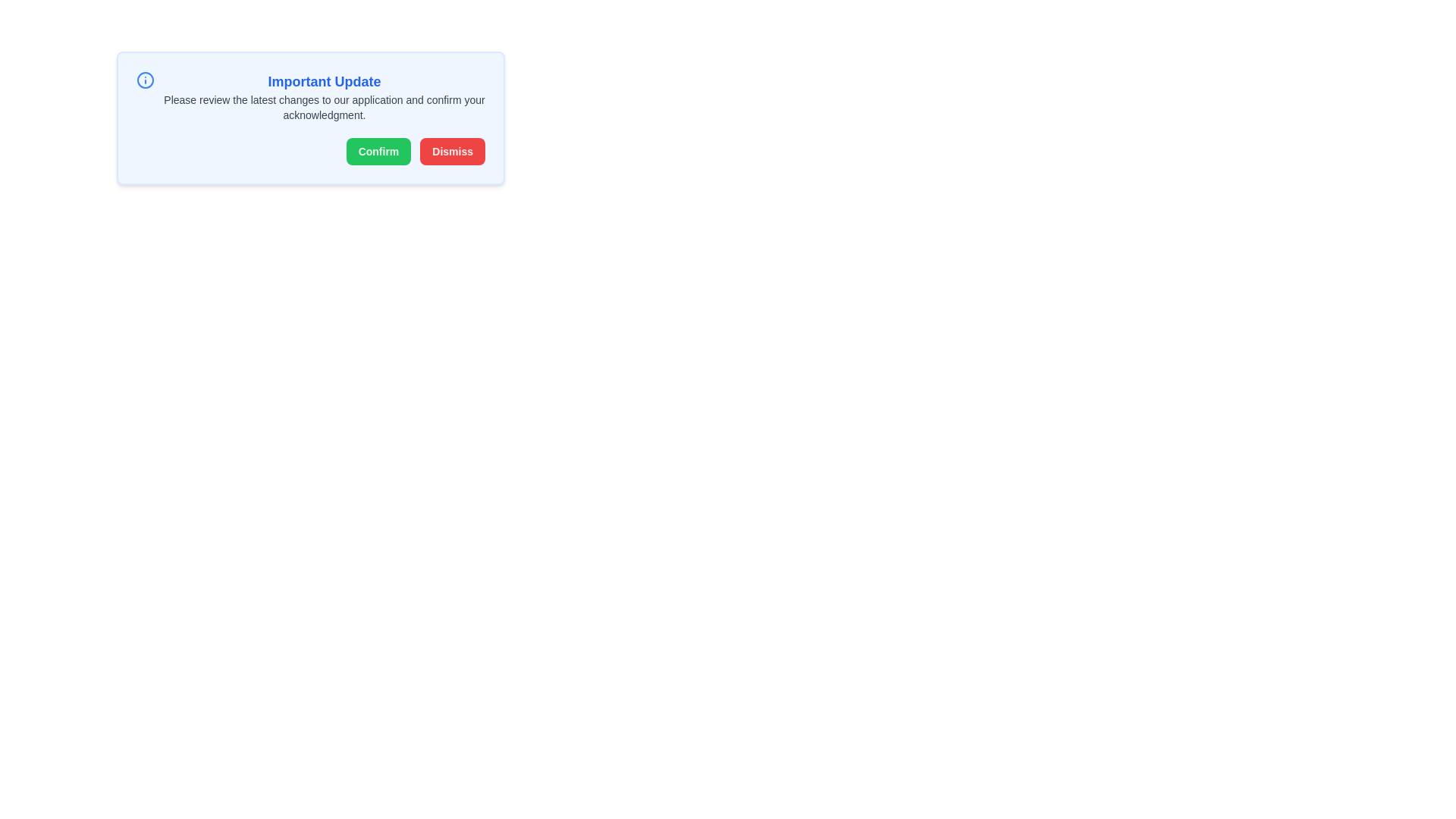 This screenshot has height=819, width=1456. I want to click on the text block displaying the message: 'Please review the latest changes to our application and confirm your acknowledgment.', so click(323, 107).